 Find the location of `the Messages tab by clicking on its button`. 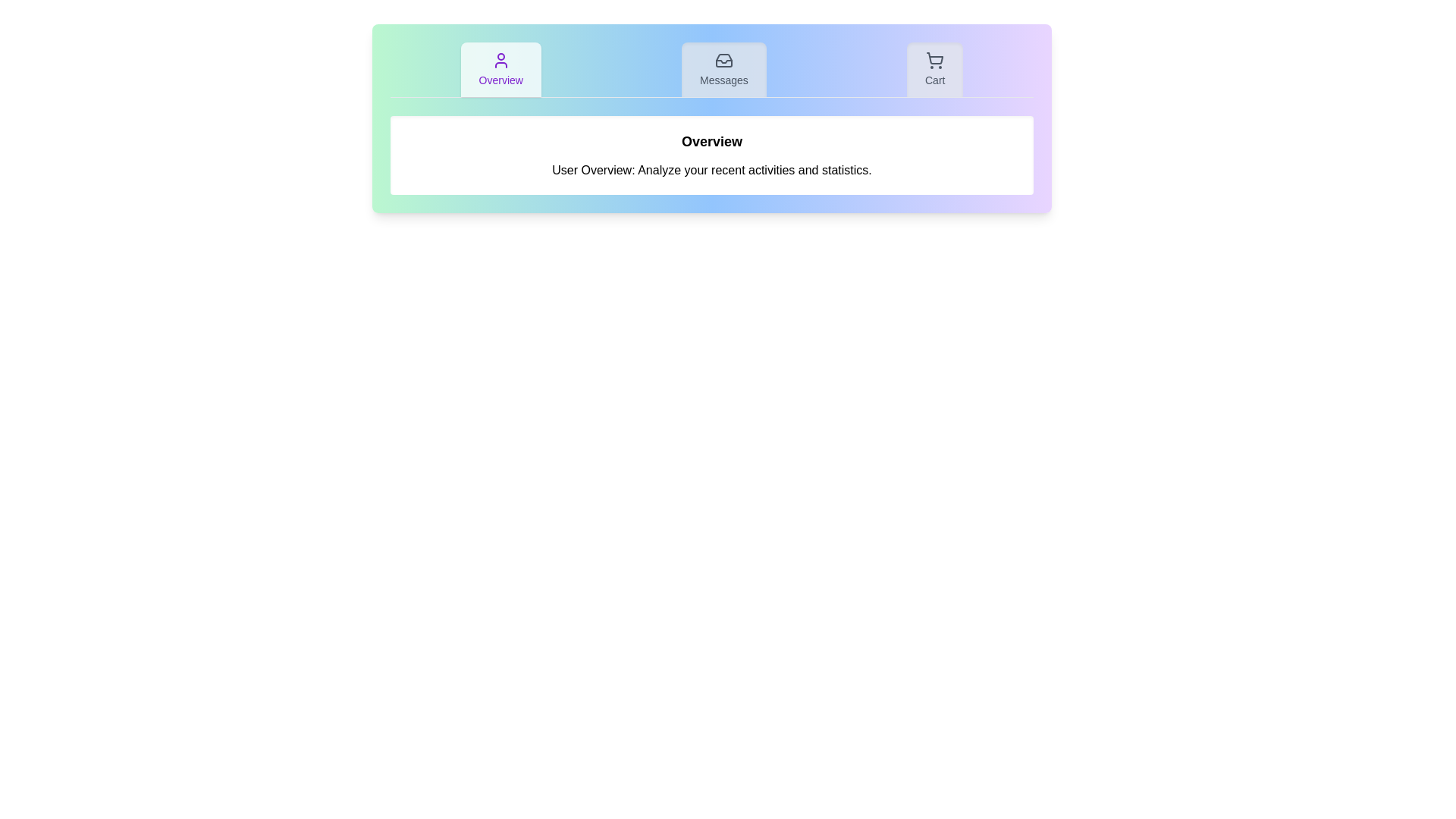

the Messages tab by clicking on its button is located at coordinates (723, 70).